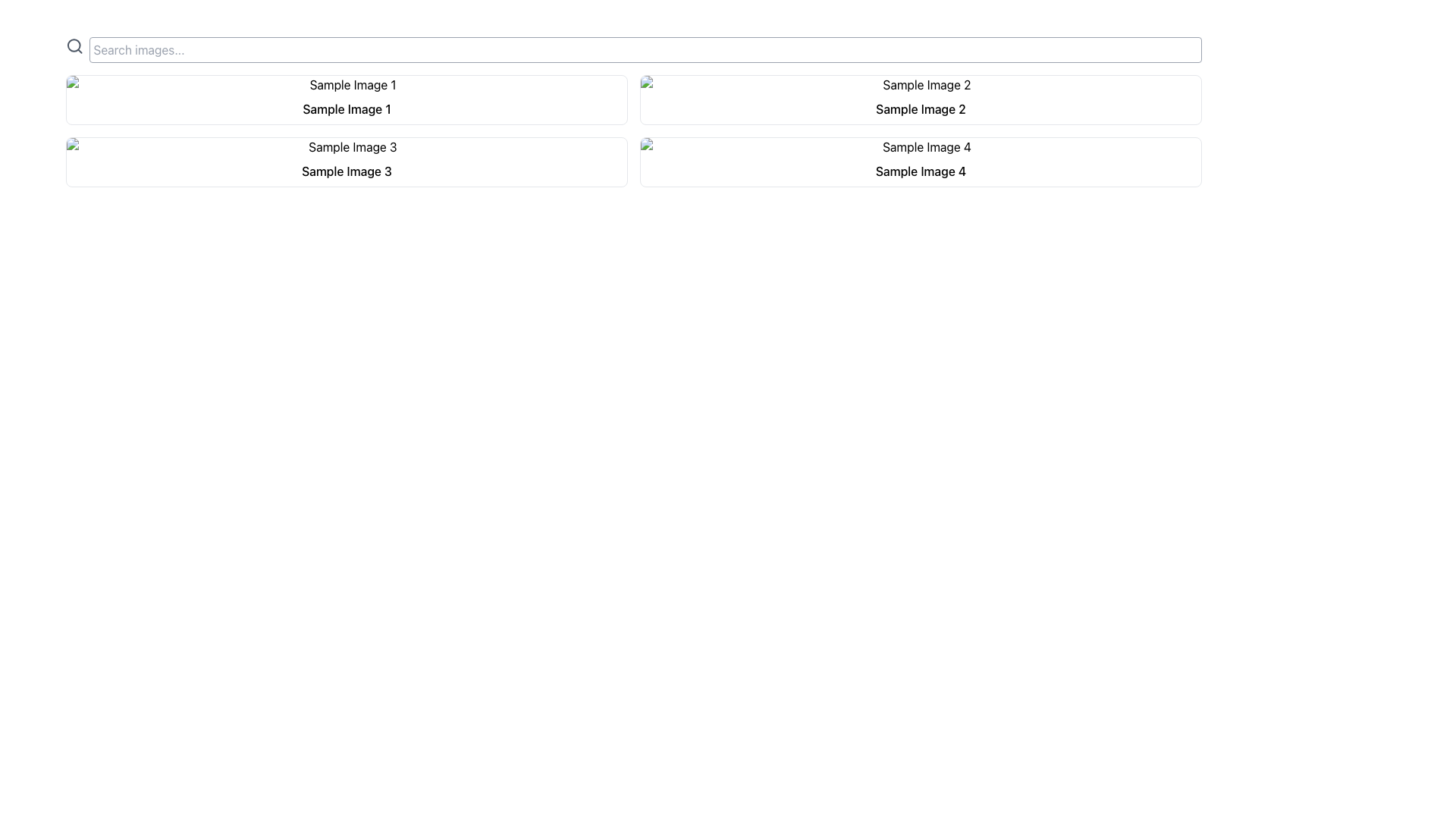 Image resolution: width=1456 pixels, height=819 pixels. What do you see at coordinates (920, 99) in the screenshot?
I see `the second card in the grid layout, which has a lightly gray border and displays the title 'Sample Image 2'` at bounding box center [920, 99].